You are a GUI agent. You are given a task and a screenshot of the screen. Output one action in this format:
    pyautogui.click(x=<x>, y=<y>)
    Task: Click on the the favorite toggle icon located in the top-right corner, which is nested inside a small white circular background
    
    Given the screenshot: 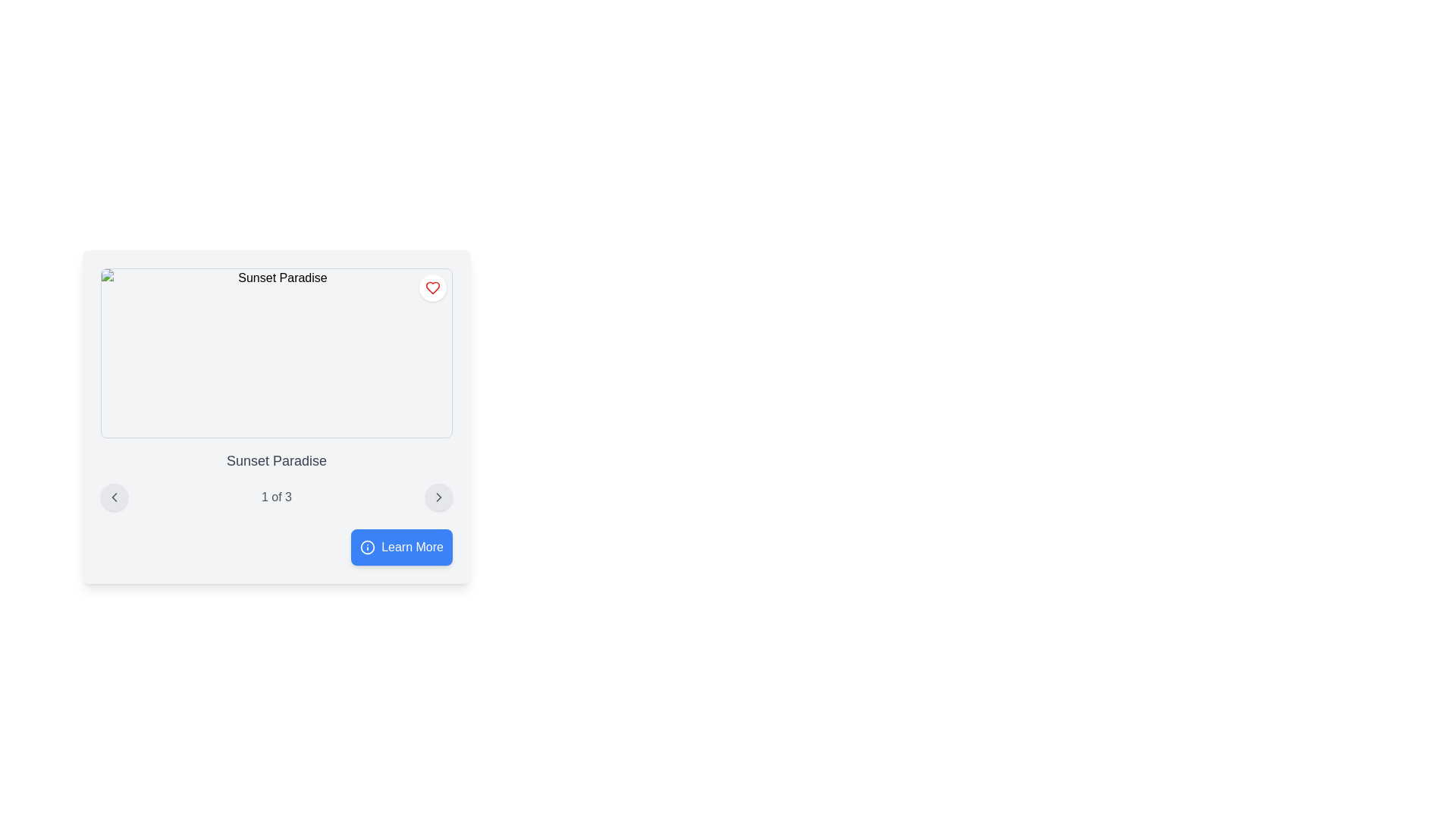 What is the action you would take?
    pyautogui.click(x=432, y=288)
    